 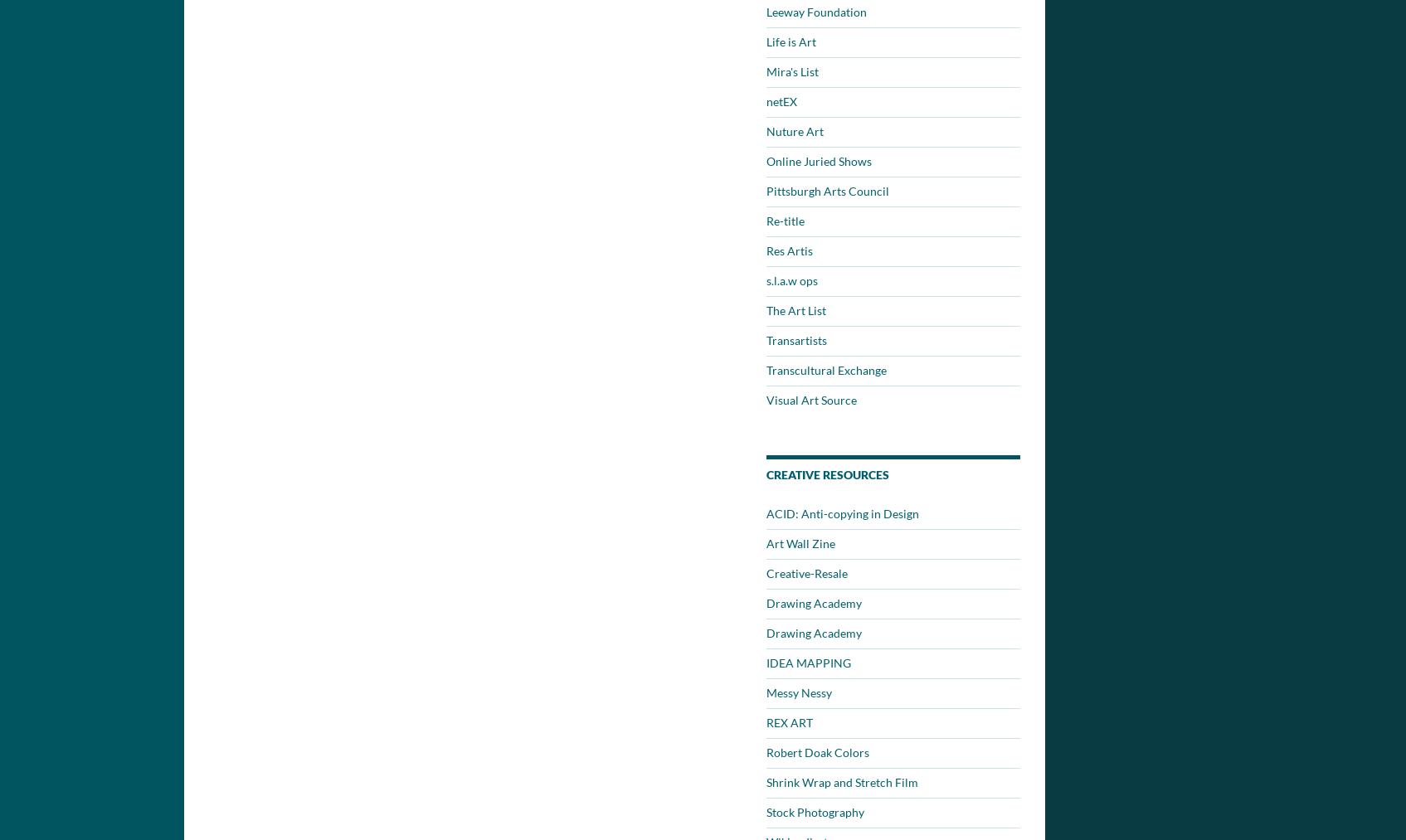 What do you see at coordinates (766, 512) in the screenshot?
I see `'ACID: Anti-copying in Design'` at bounding box center [766, 512].